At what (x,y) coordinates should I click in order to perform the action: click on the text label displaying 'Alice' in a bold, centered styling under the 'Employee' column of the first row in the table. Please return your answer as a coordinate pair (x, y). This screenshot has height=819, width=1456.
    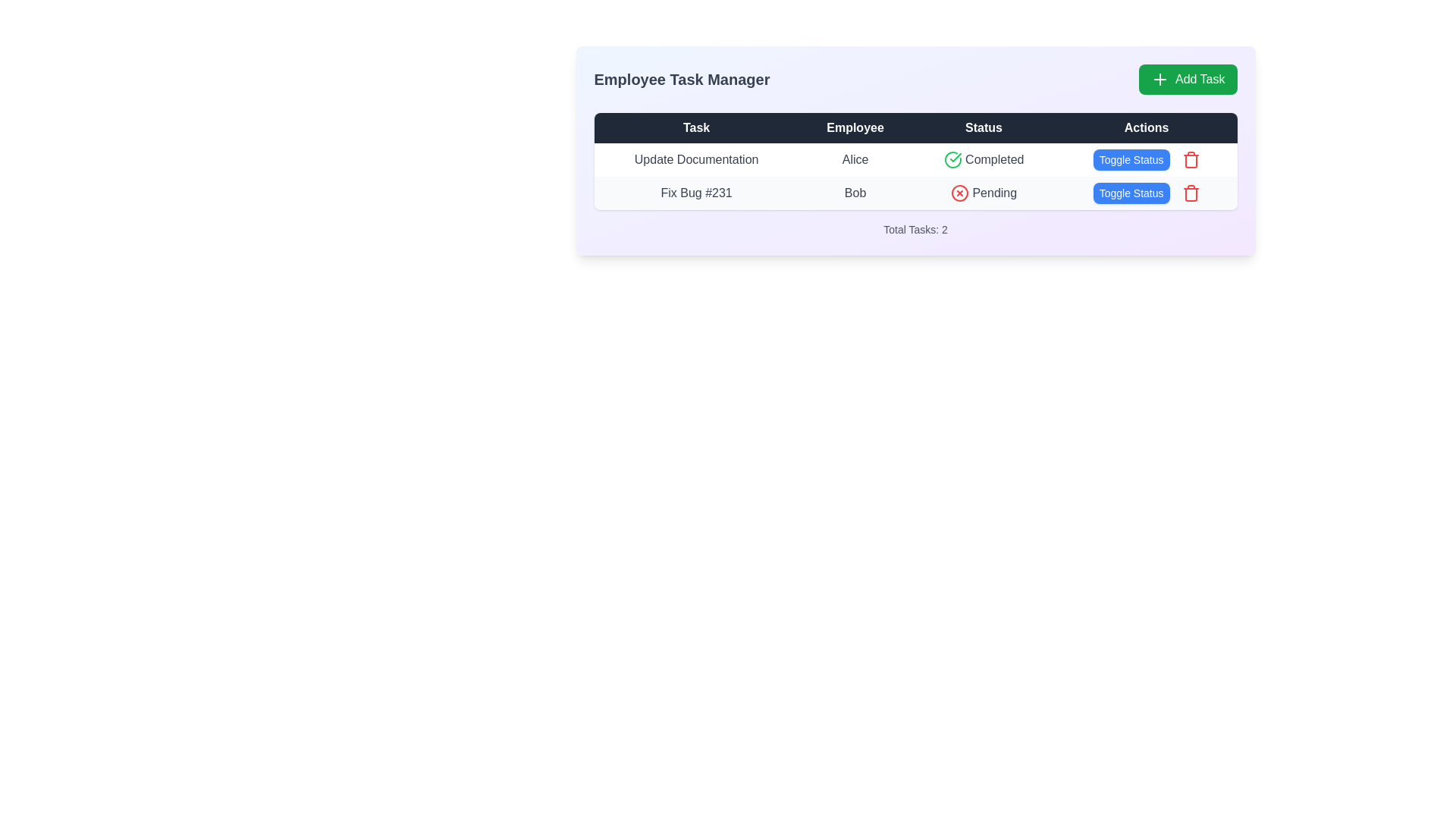
    Looking at the image, I should click on (855, 160).